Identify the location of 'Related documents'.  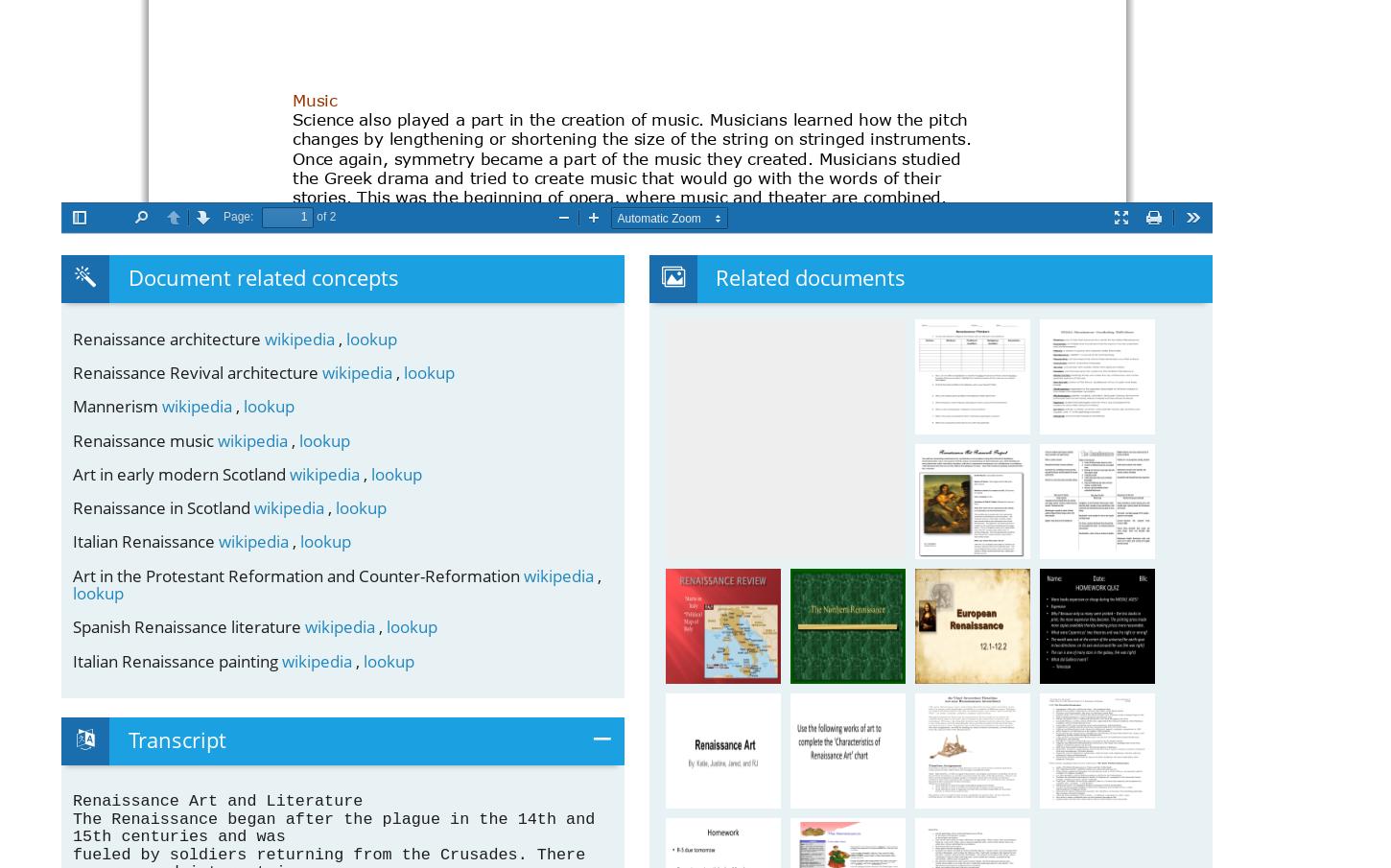
(811, 276).